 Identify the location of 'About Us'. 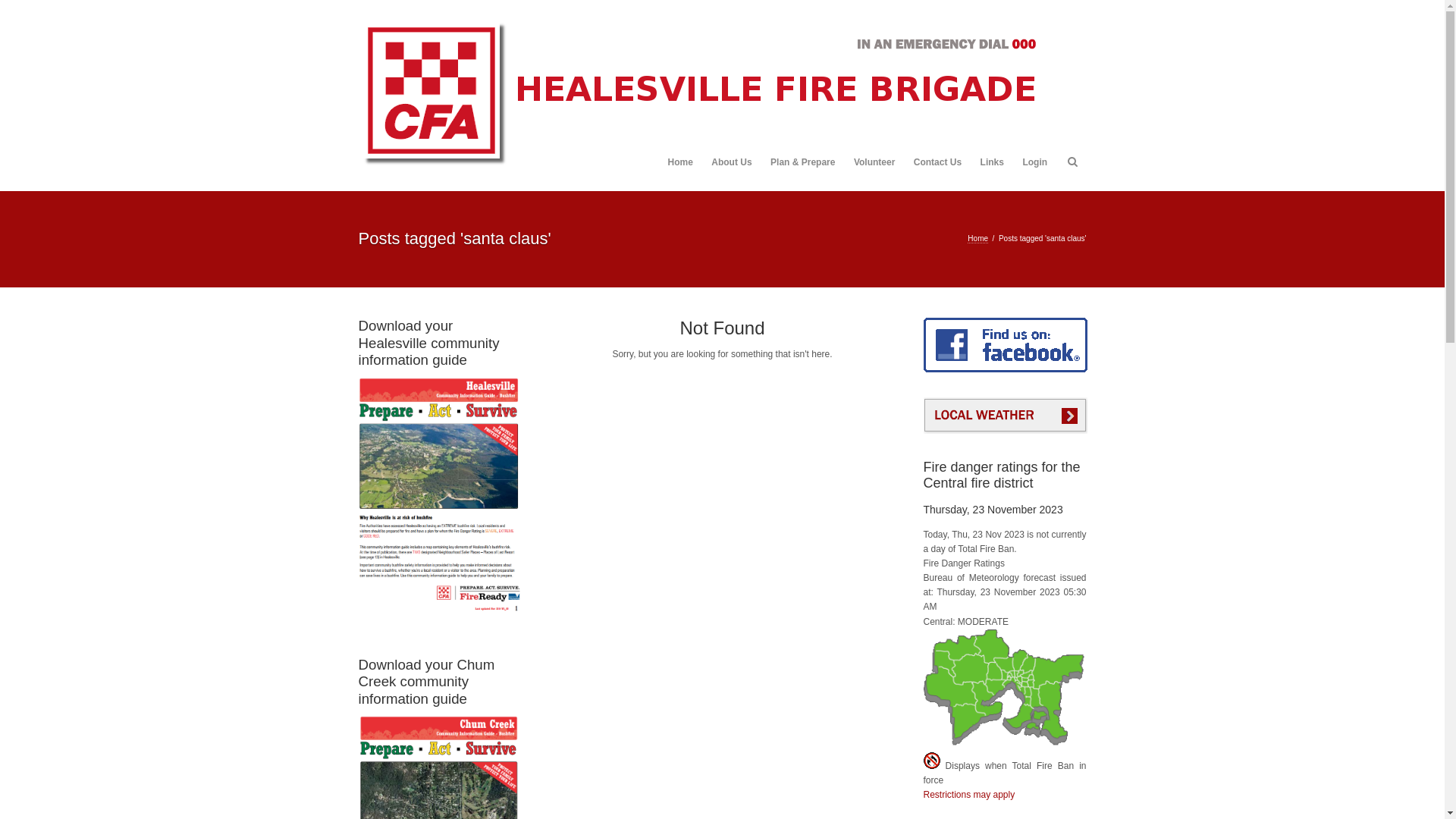
(731, 162).